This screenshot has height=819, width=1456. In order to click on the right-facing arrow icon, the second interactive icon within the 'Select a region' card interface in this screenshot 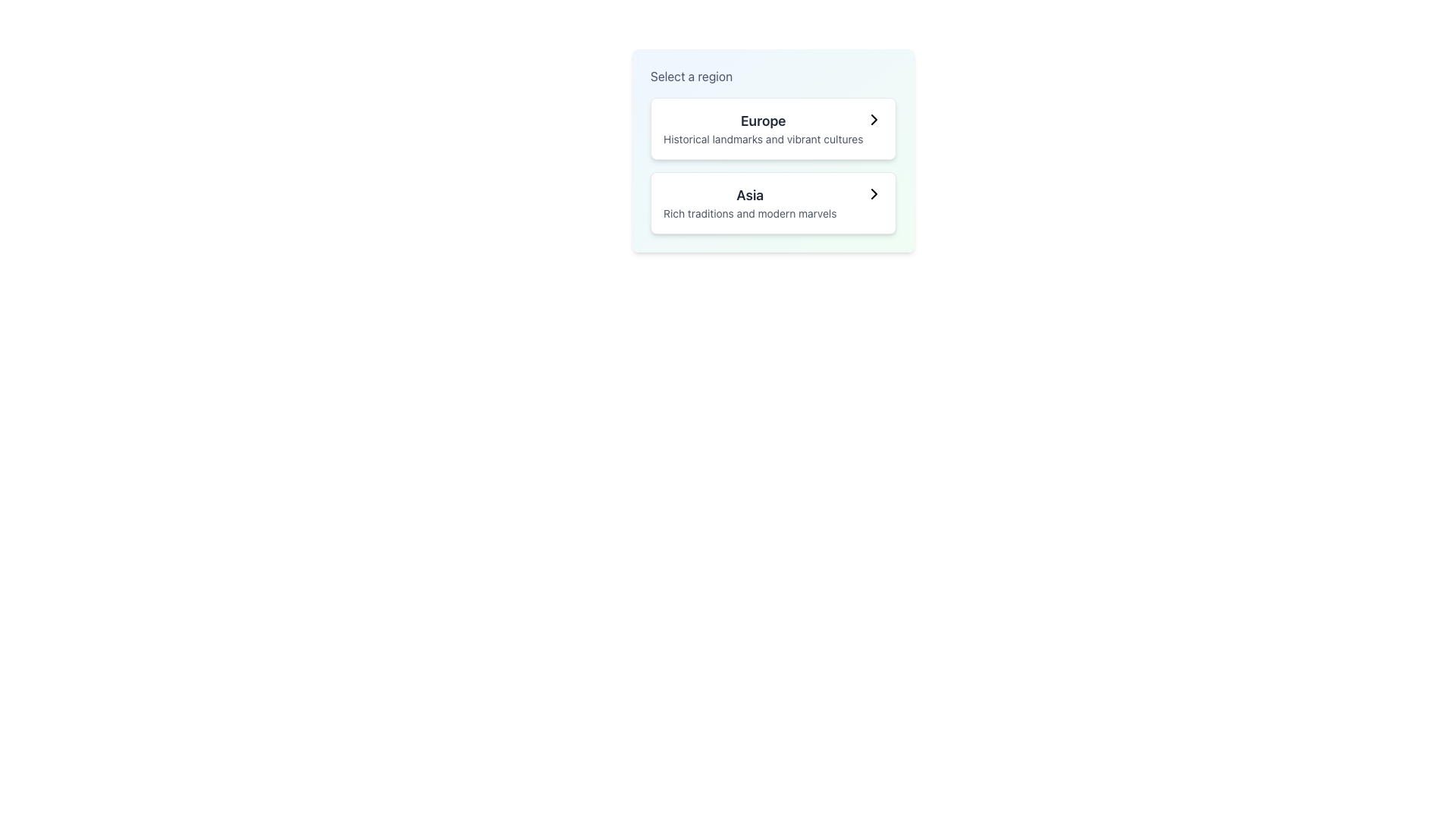, I will do `click(874, 193)`.